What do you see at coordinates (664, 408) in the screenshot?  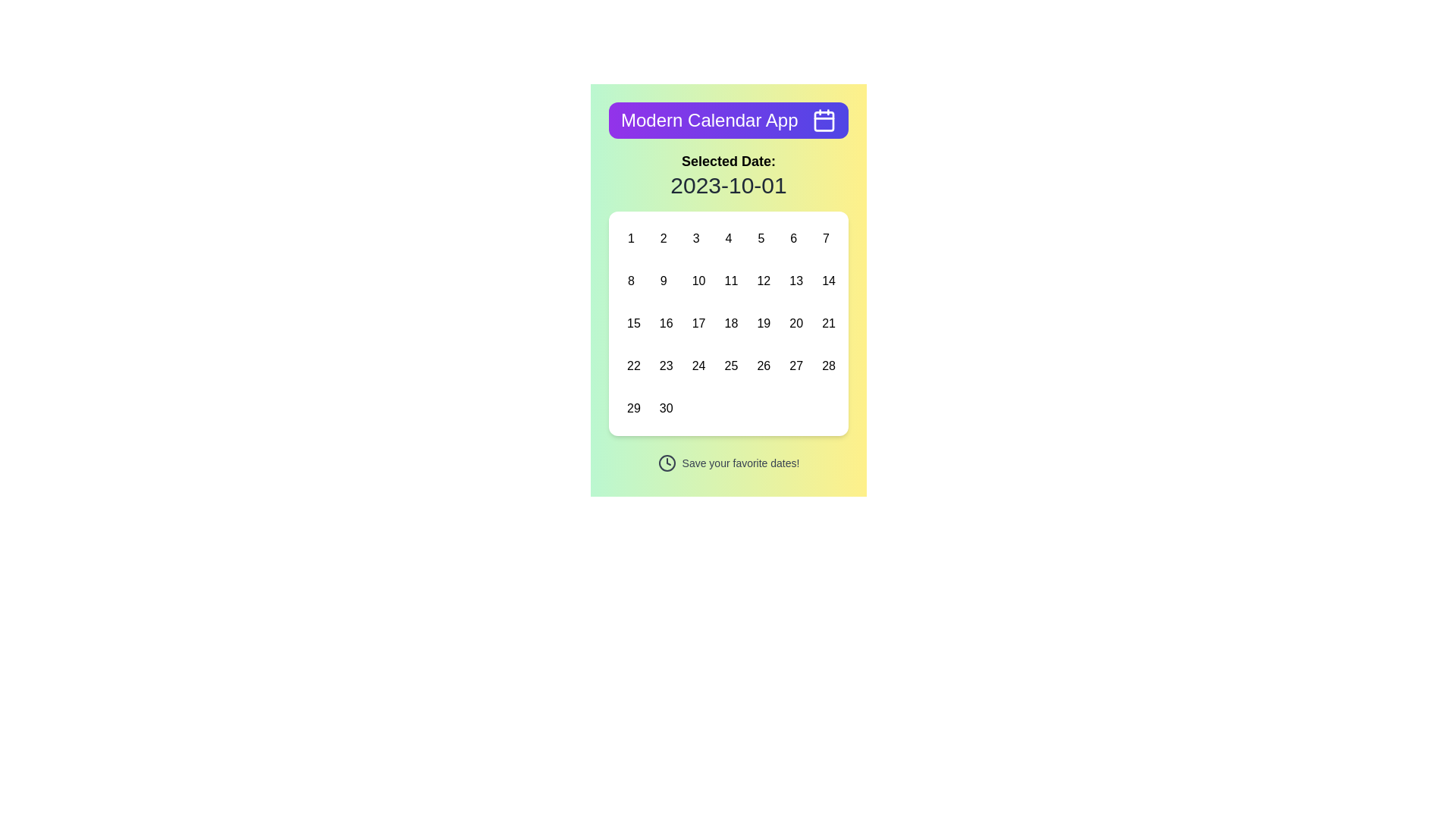 I see `the button representing the date '30' located in the bottom-right corner of the calendar grid` at bounding box center [664, 408].